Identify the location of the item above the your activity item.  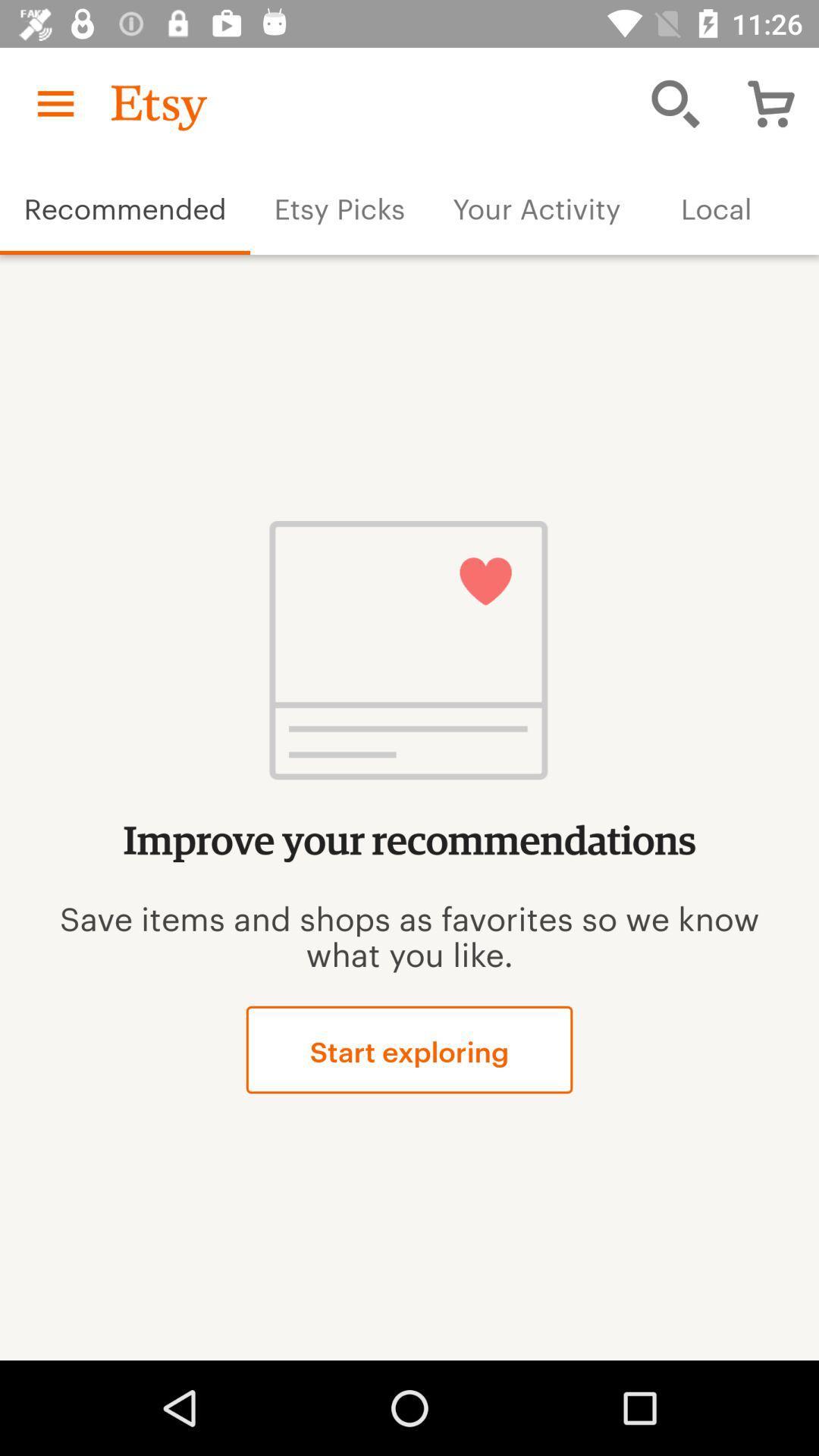
(675, 102).